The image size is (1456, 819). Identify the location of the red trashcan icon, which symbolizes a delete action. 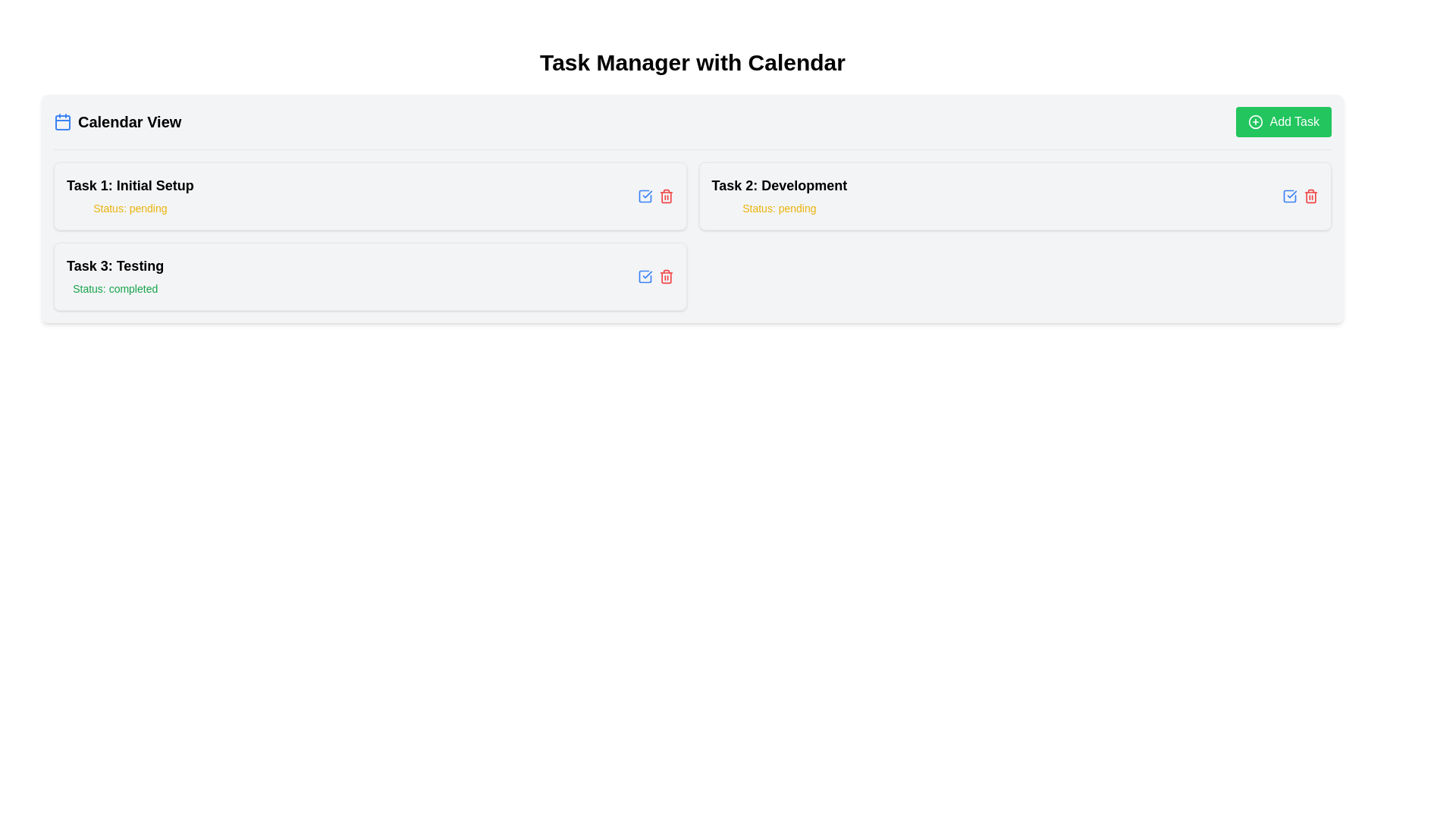
(666, 278).